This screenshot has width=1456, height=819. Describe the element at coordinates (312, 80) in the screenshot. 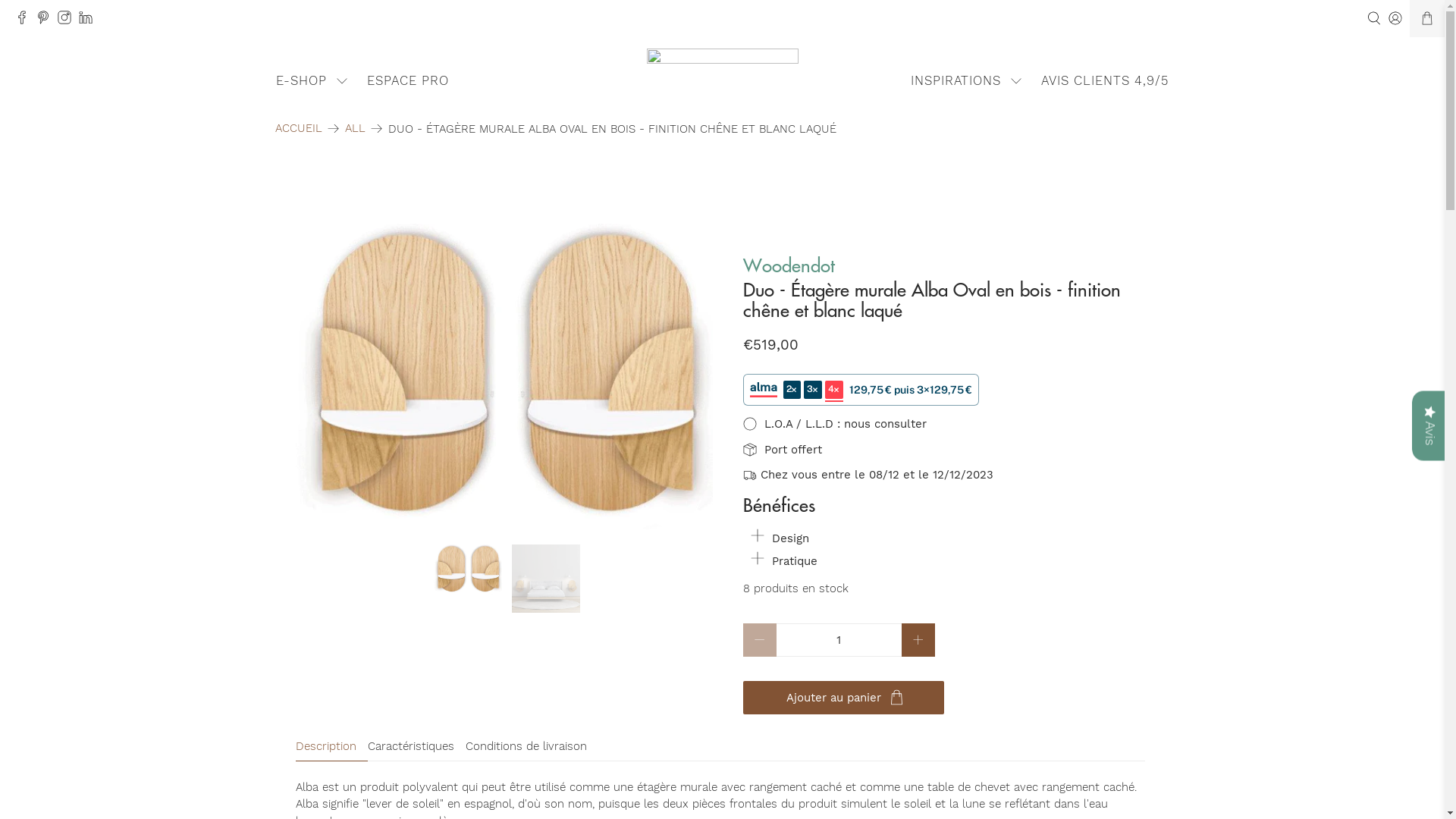

I see `'E-SHOP'` at that location.